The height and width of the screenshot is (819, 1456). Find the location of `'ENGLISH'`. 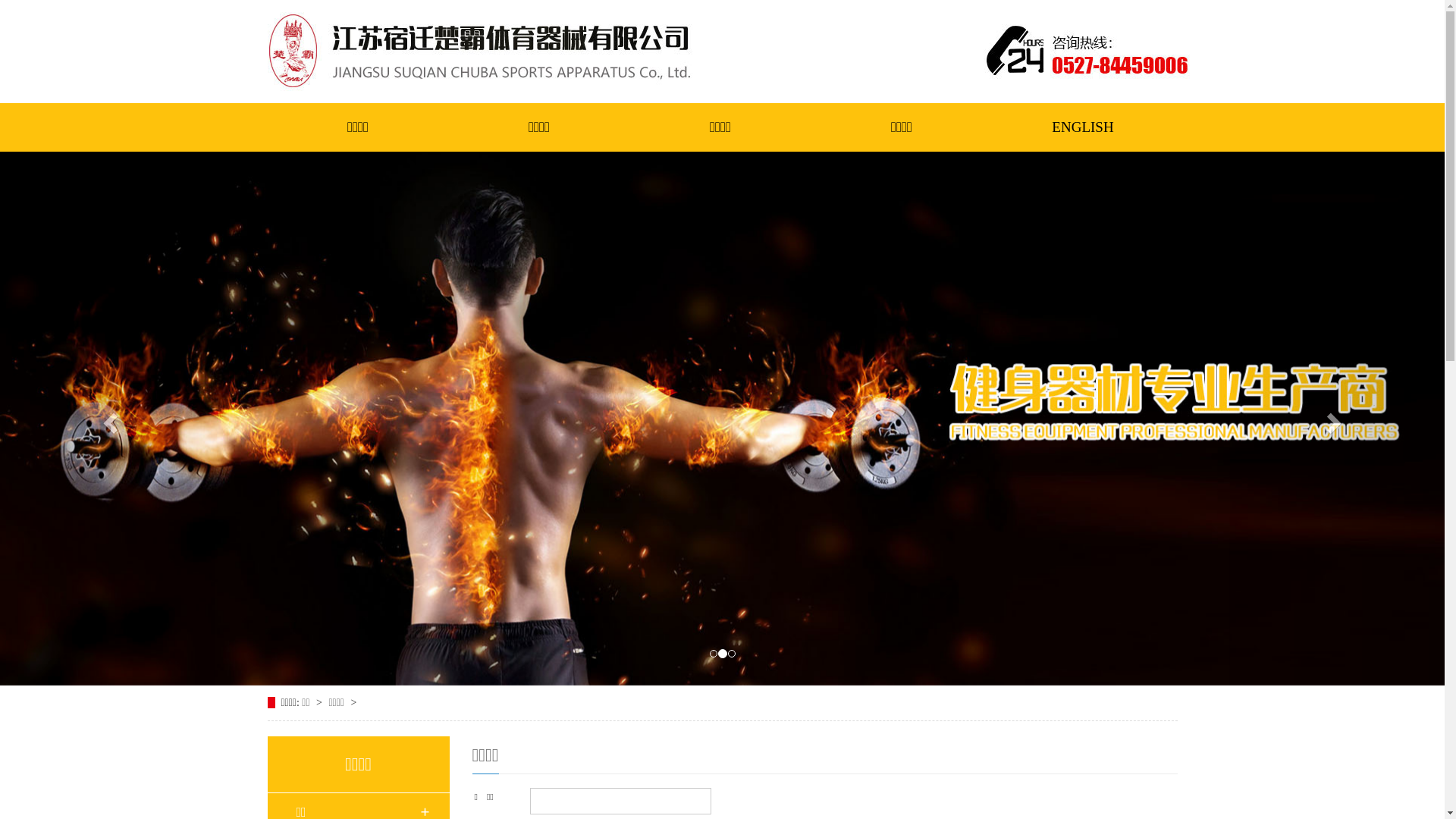

'ENGLISH' is located at coordinates (1081, 127).